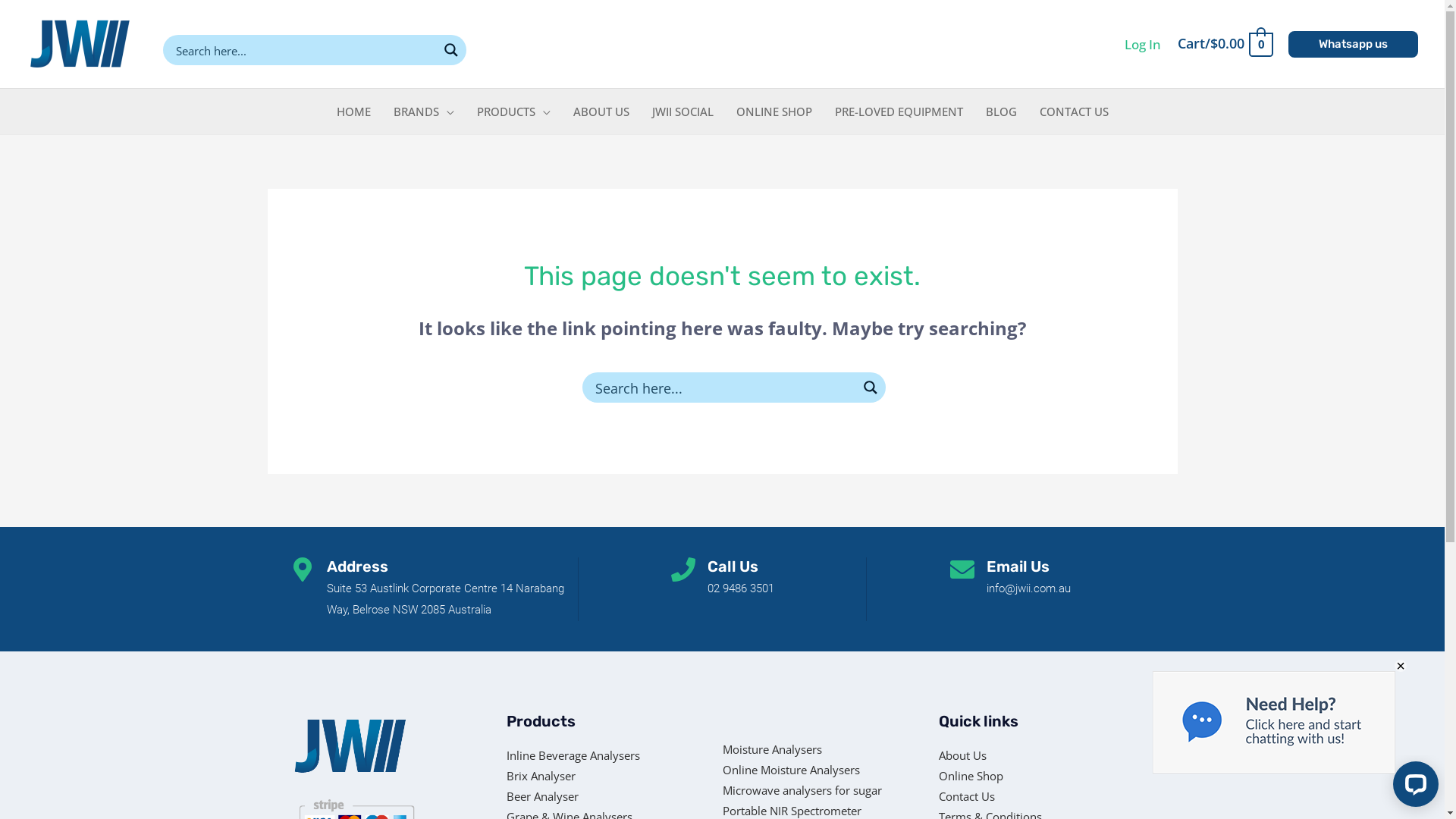 The width and height of the screenshot is (1456, 819). I want to click on 'Whatsapp us', so click(1353, 43).